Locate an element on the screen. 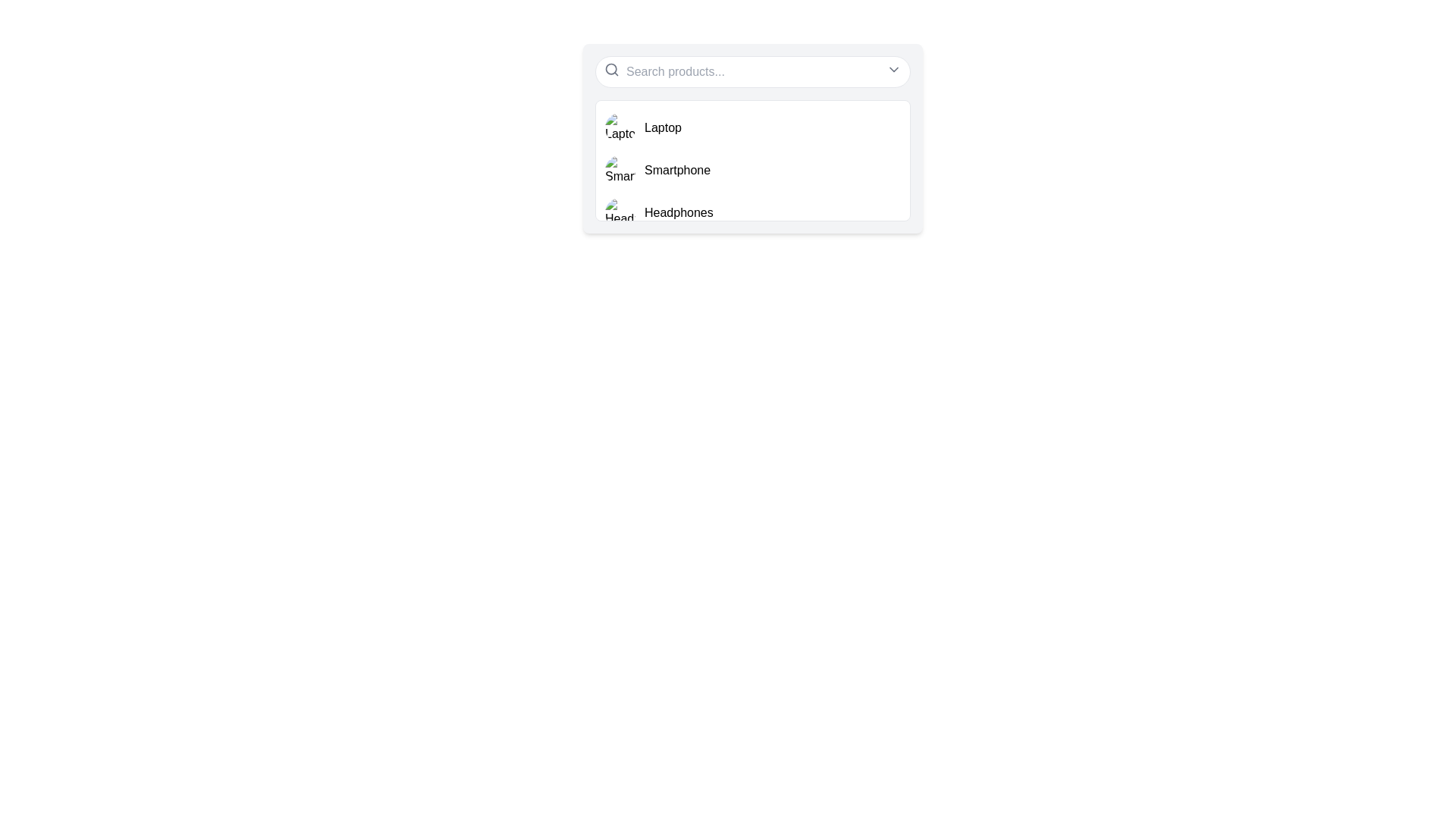 Image resolution: width=1456 pixels, height=819 pixels. the third row dropdown list item labeled 'Headphones' is located at coordinates (753, 213).